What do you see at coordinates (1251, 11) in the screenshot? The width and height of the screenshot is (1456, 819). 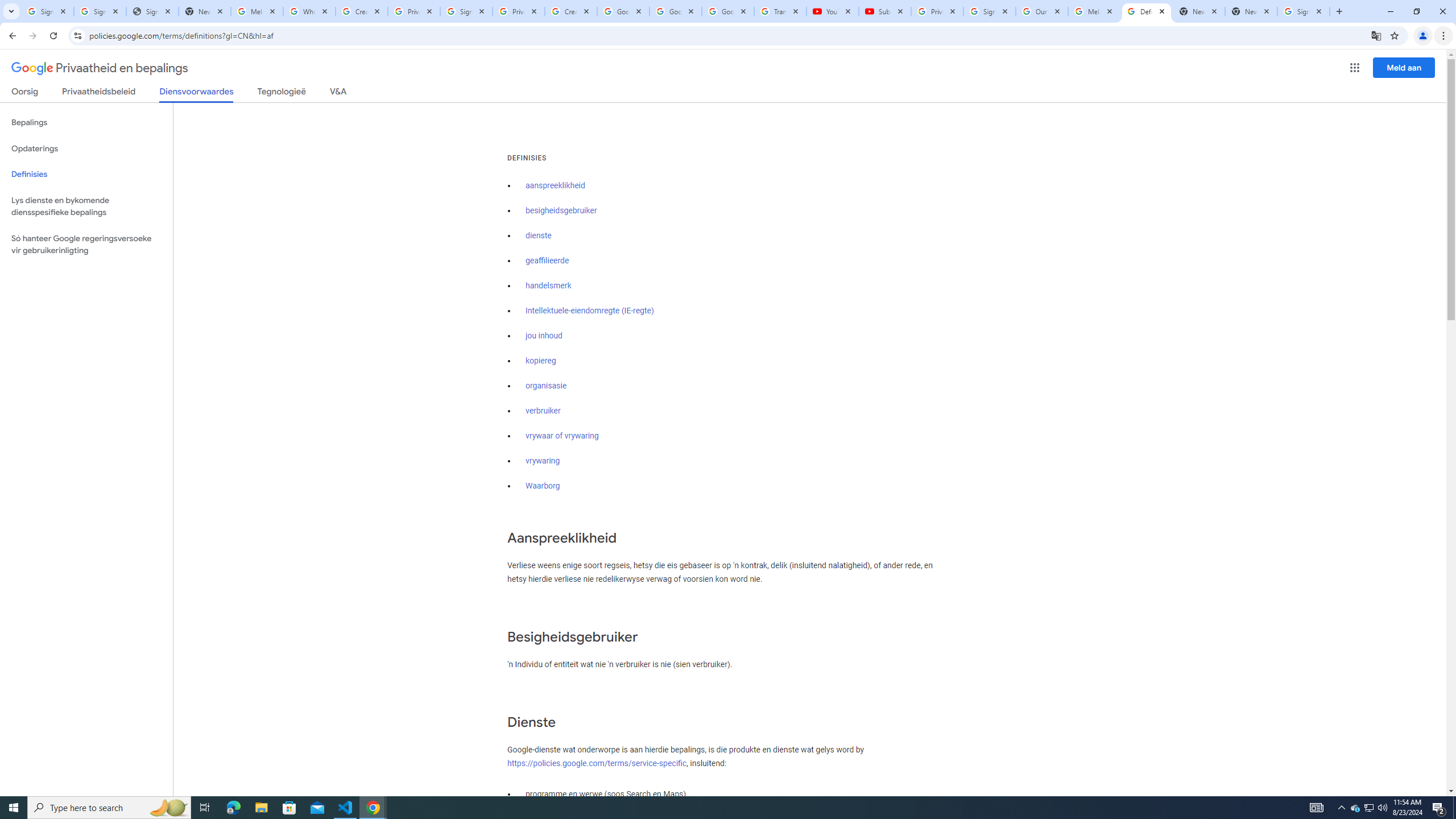 I see `'New Tab'` at bounding box center [1251, 11].